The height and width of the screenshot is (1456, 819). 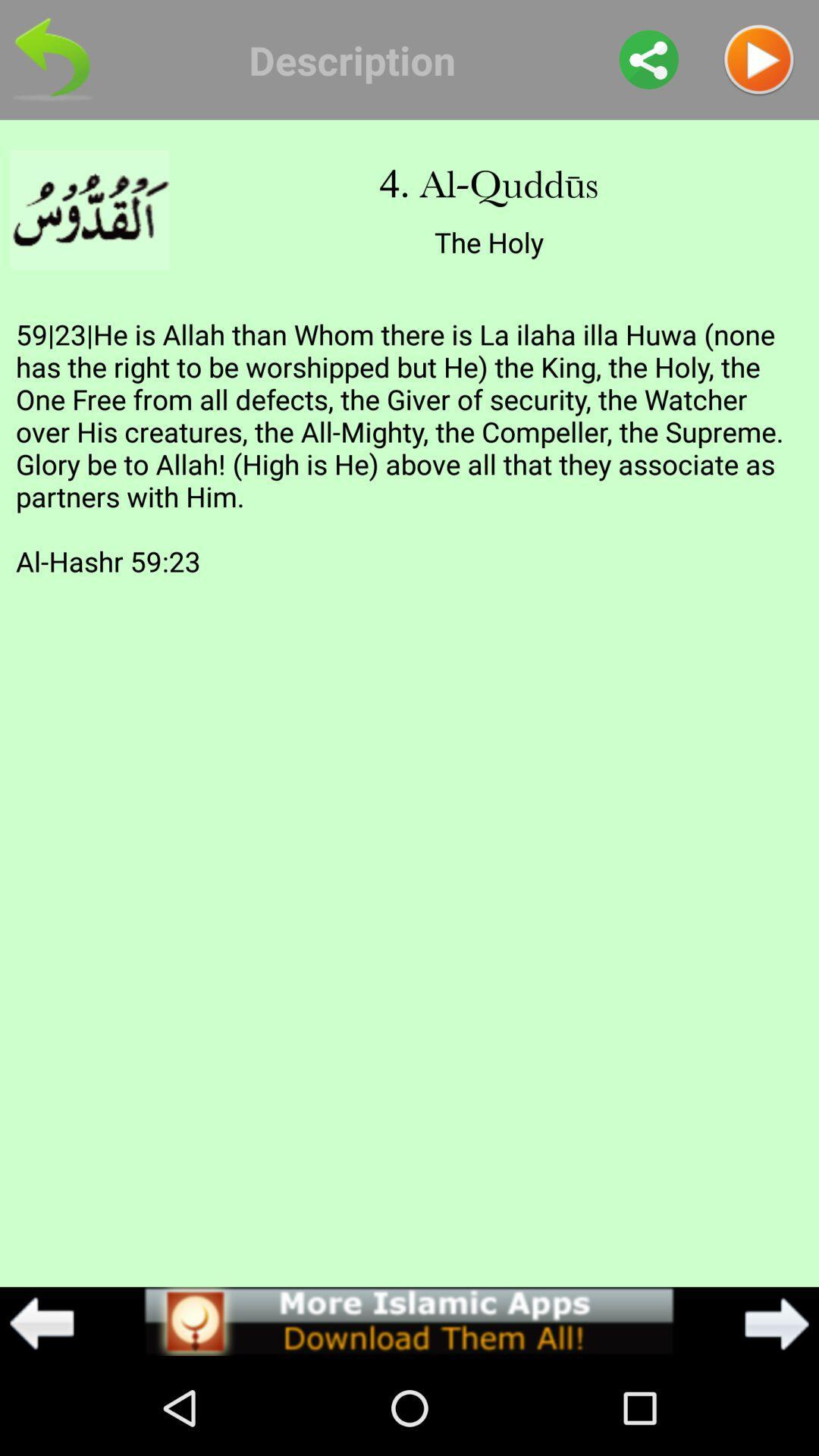 What do you see at coordinates (648, 59) in the screenshot?
I see `the icon next to the description icon` at bounding box center [648, 59].